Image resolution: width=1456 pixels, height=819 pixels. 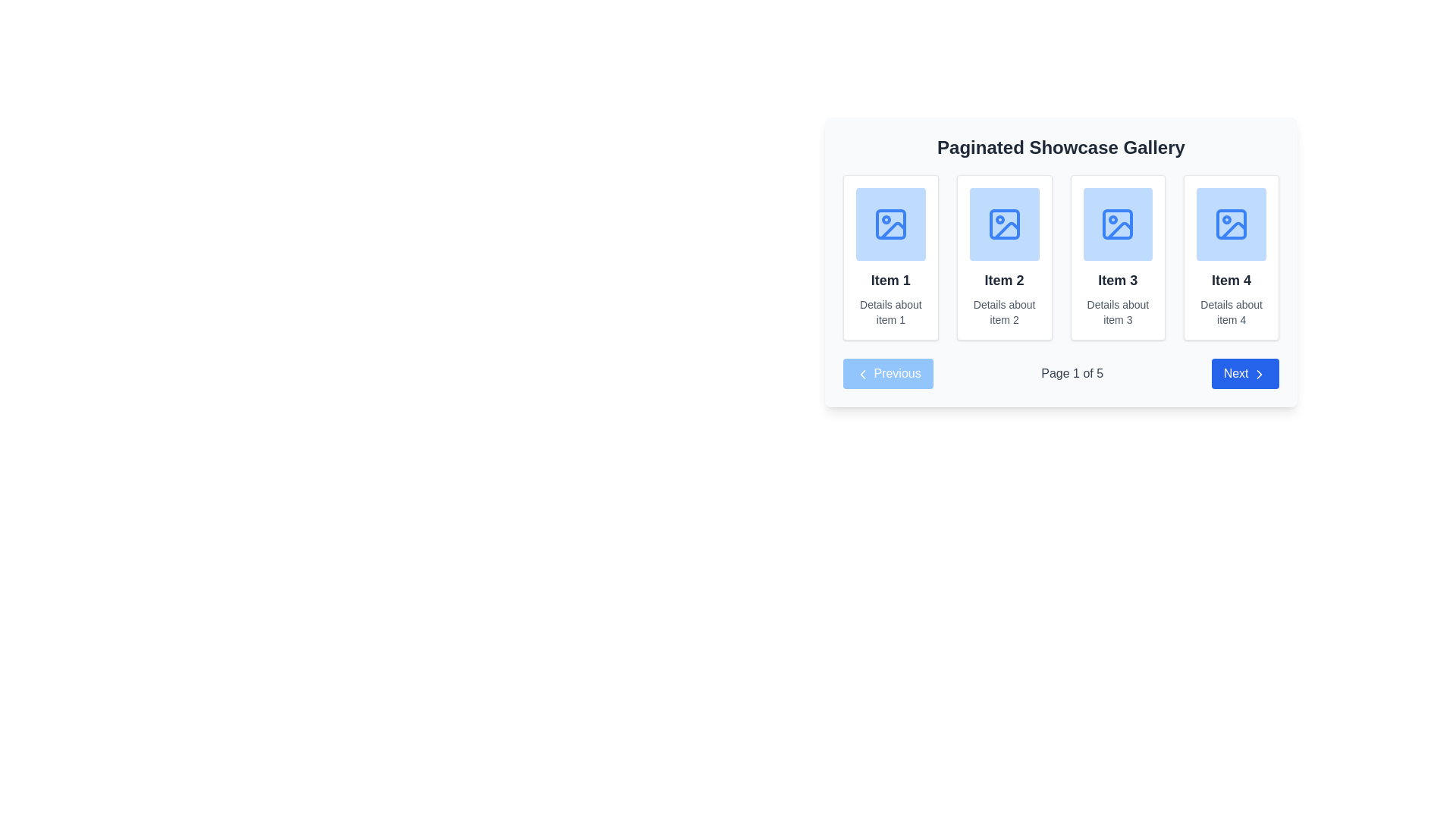 I want to click on the Card component representing 'Item 4', which is the rightmost card in the fourth column of a grid layout, so click(x=1232, y=256).